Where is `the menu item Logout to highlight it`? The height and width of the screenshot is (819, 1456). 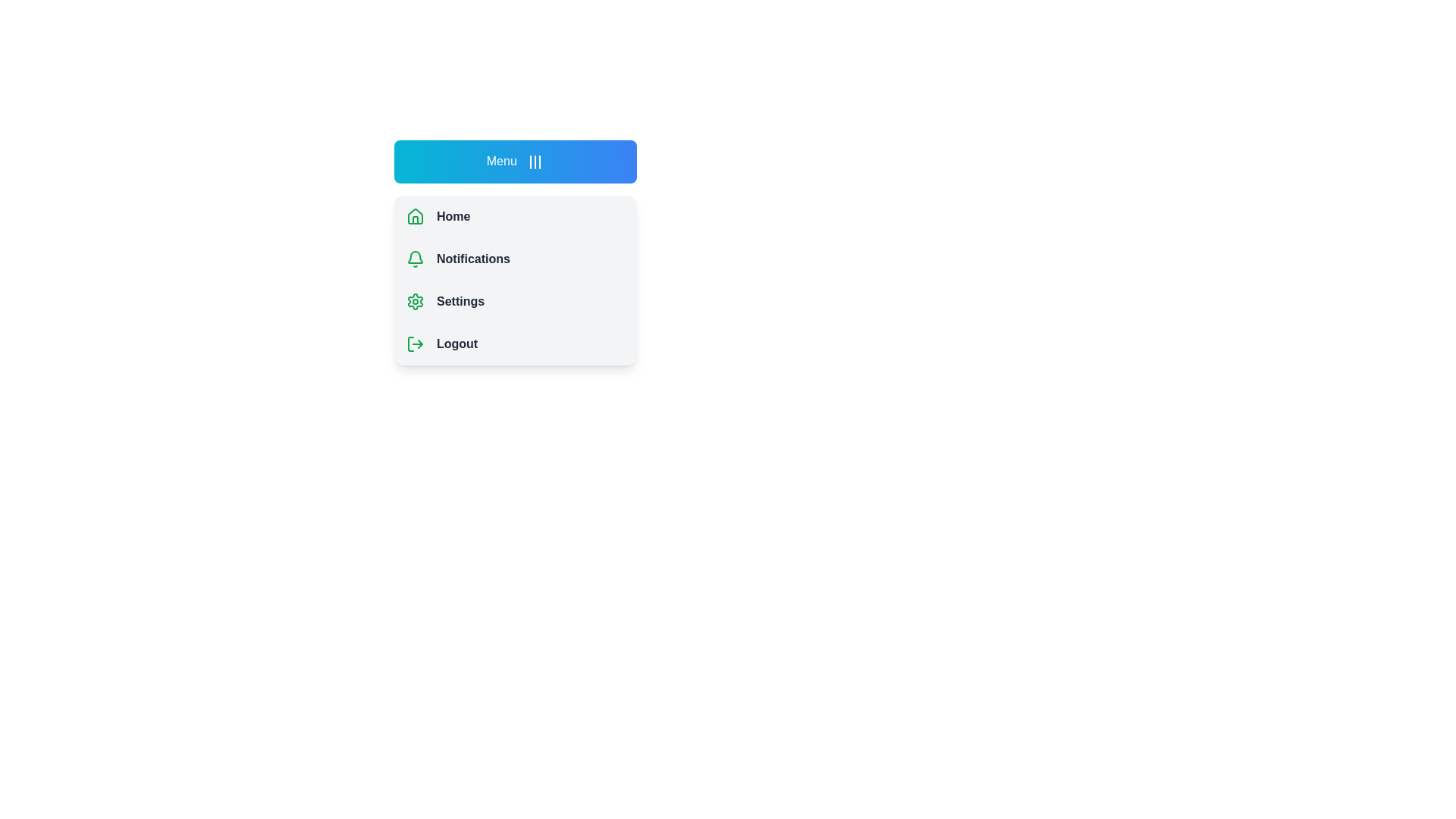 the menu item Logout to highlight it is located at coordinates (516, 344).